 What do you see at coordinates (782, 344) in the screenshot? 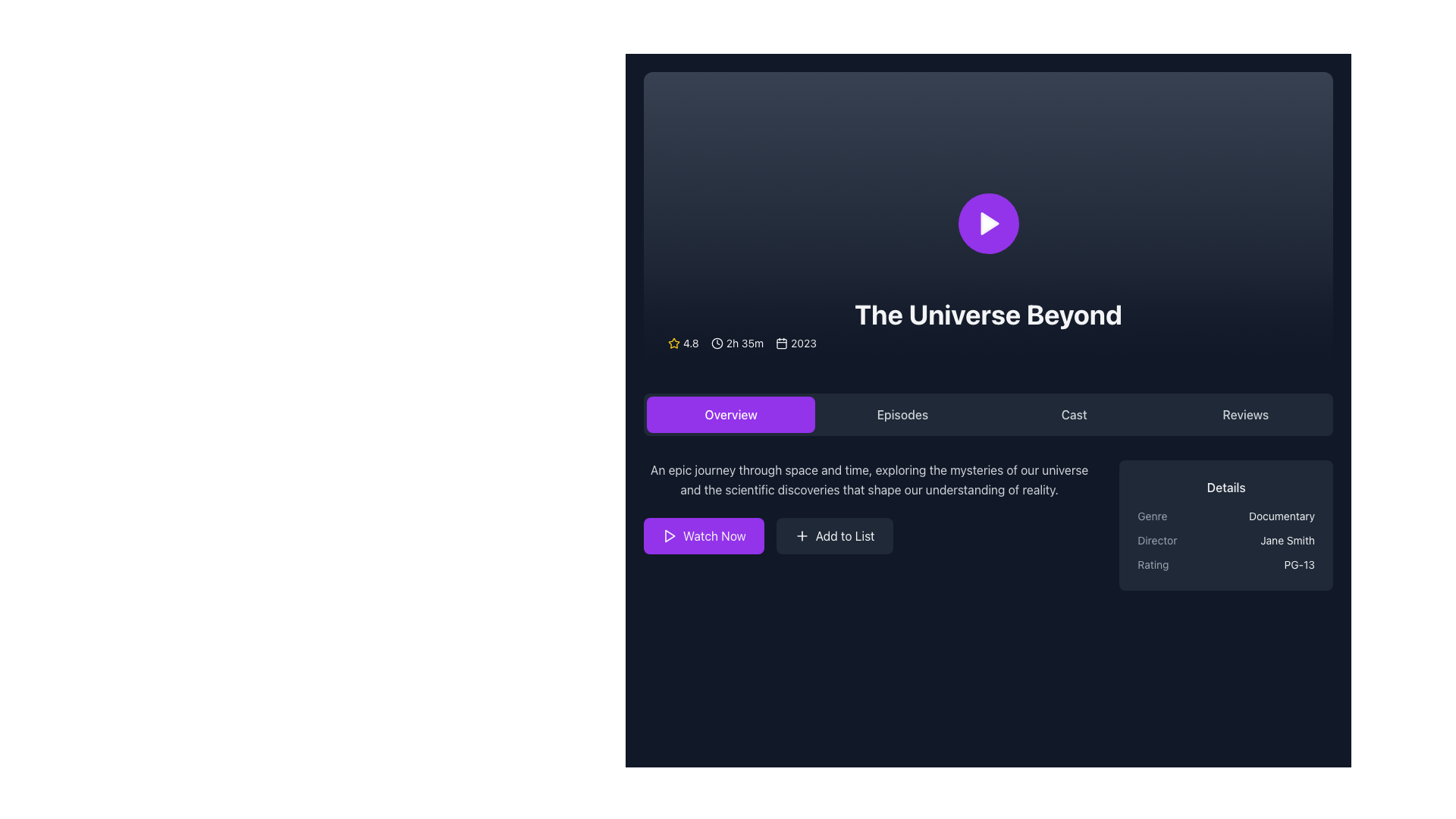
I see `the small rectangle icon with rounded corners that is part of the calendar icon located at the top-right section of the interface` at bounding box center [782, 344].